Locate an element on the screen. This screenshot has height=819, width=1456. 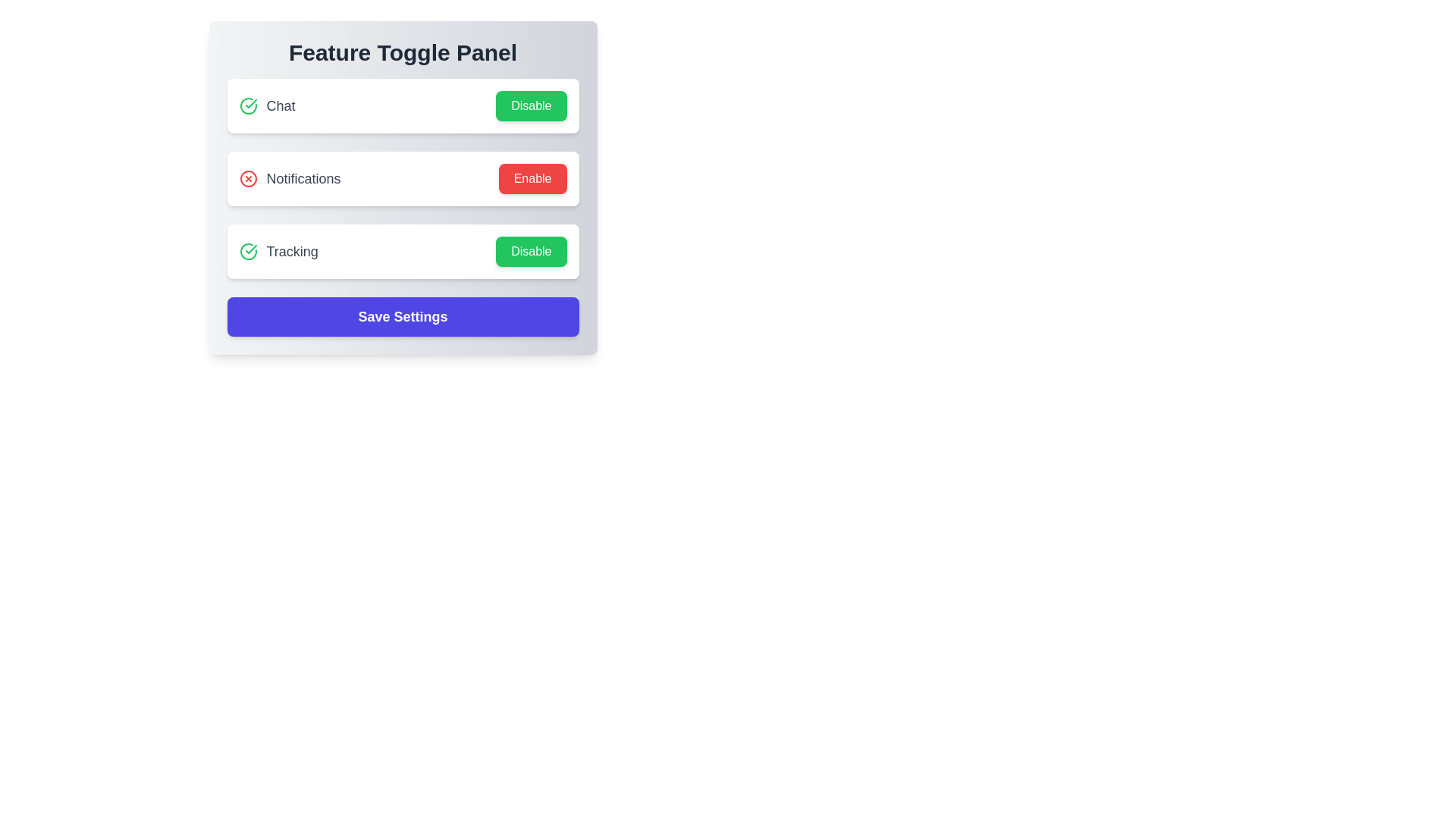
the 'Save Settings' button to save the current feature settings is located at coordinates (403, 315).